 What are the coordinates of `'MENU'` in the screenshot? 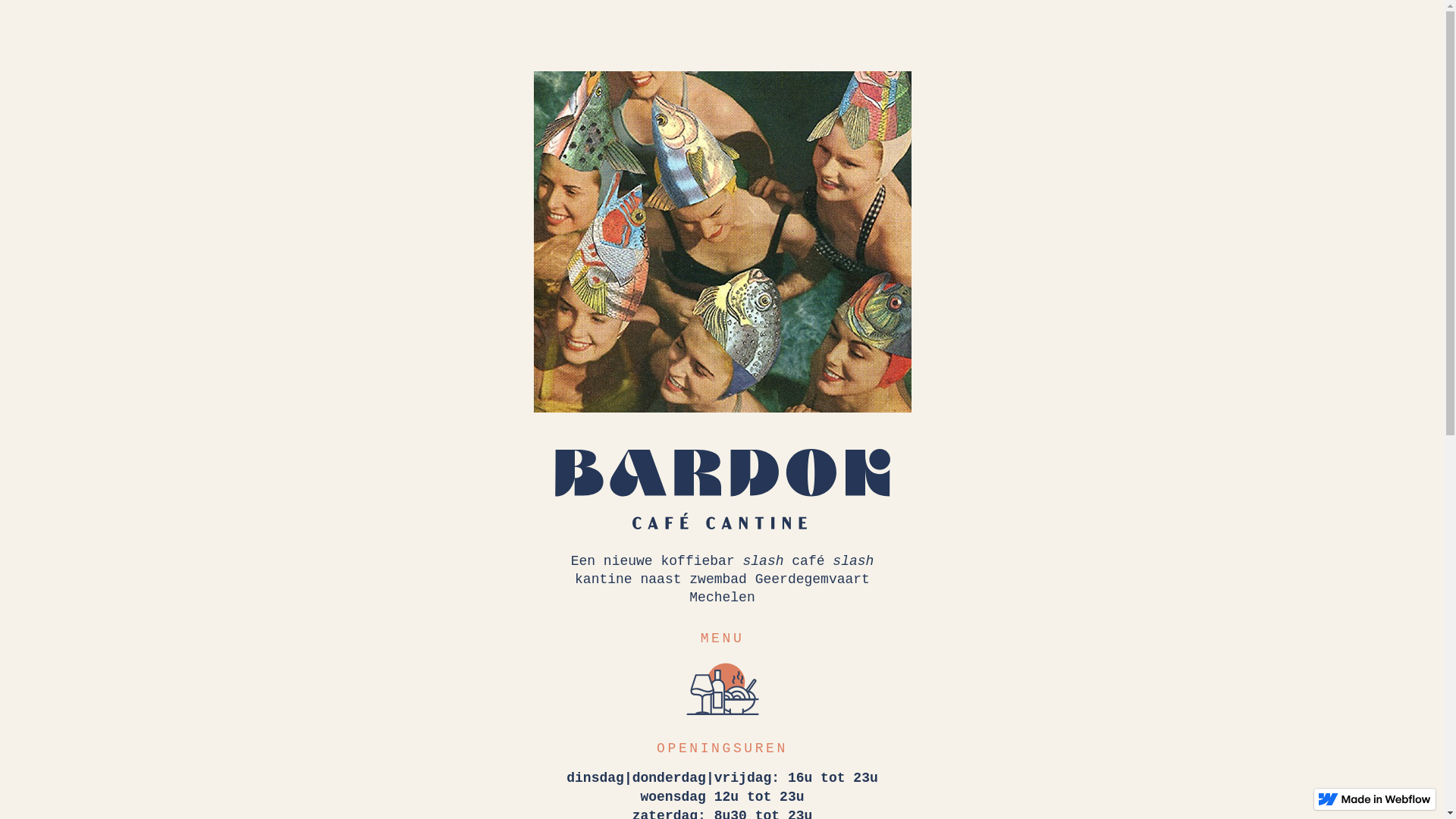 It's located at (722, 638).